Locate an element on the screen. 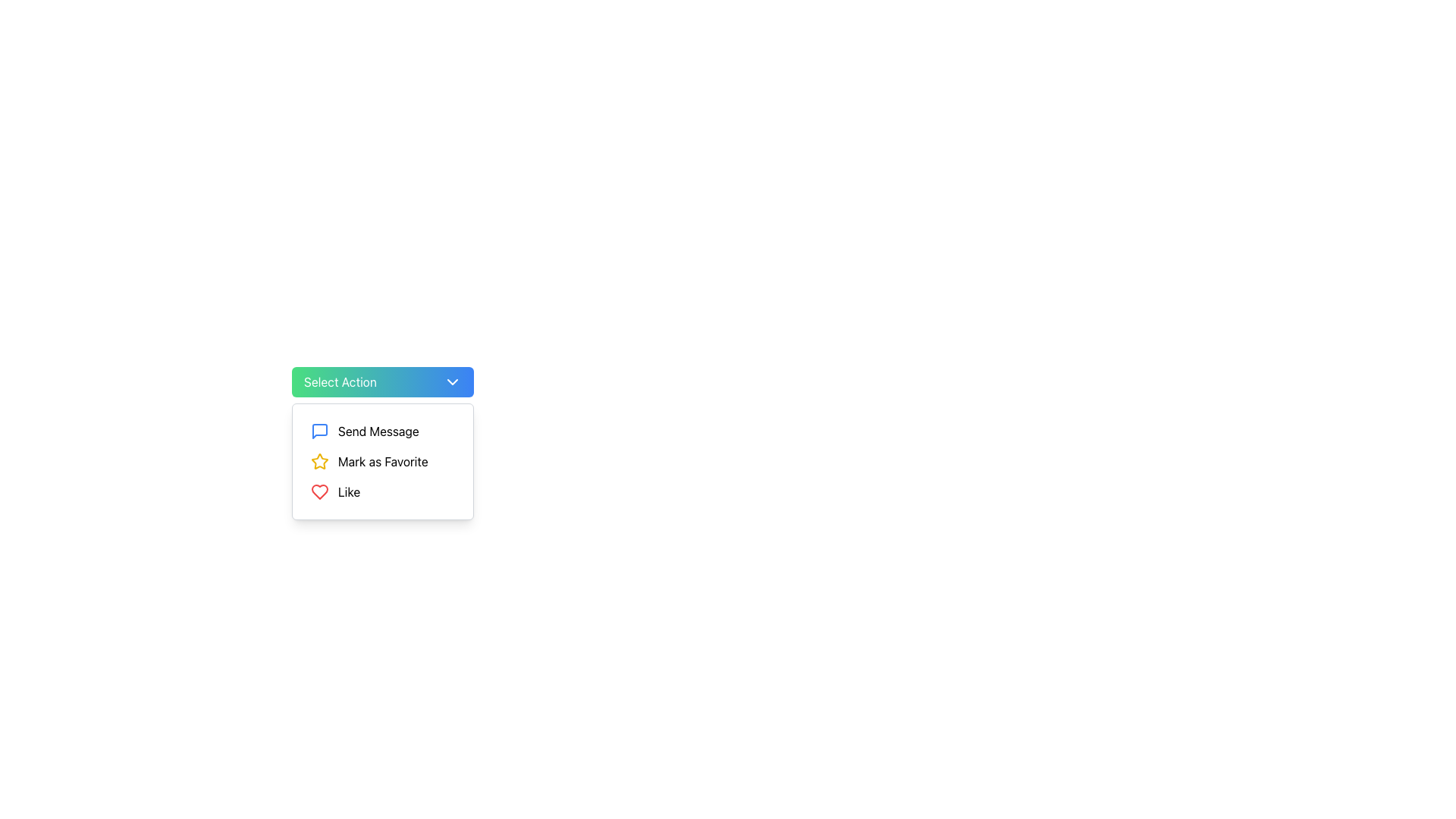 The width and height of the screenshot is (1456, 819). the 'Mark as Favorite' menu item that features a yellow star icon on the left, located in the middle of the dropdown menu between 'Send Message' and 'Like' is located at coordinates (382, 461).